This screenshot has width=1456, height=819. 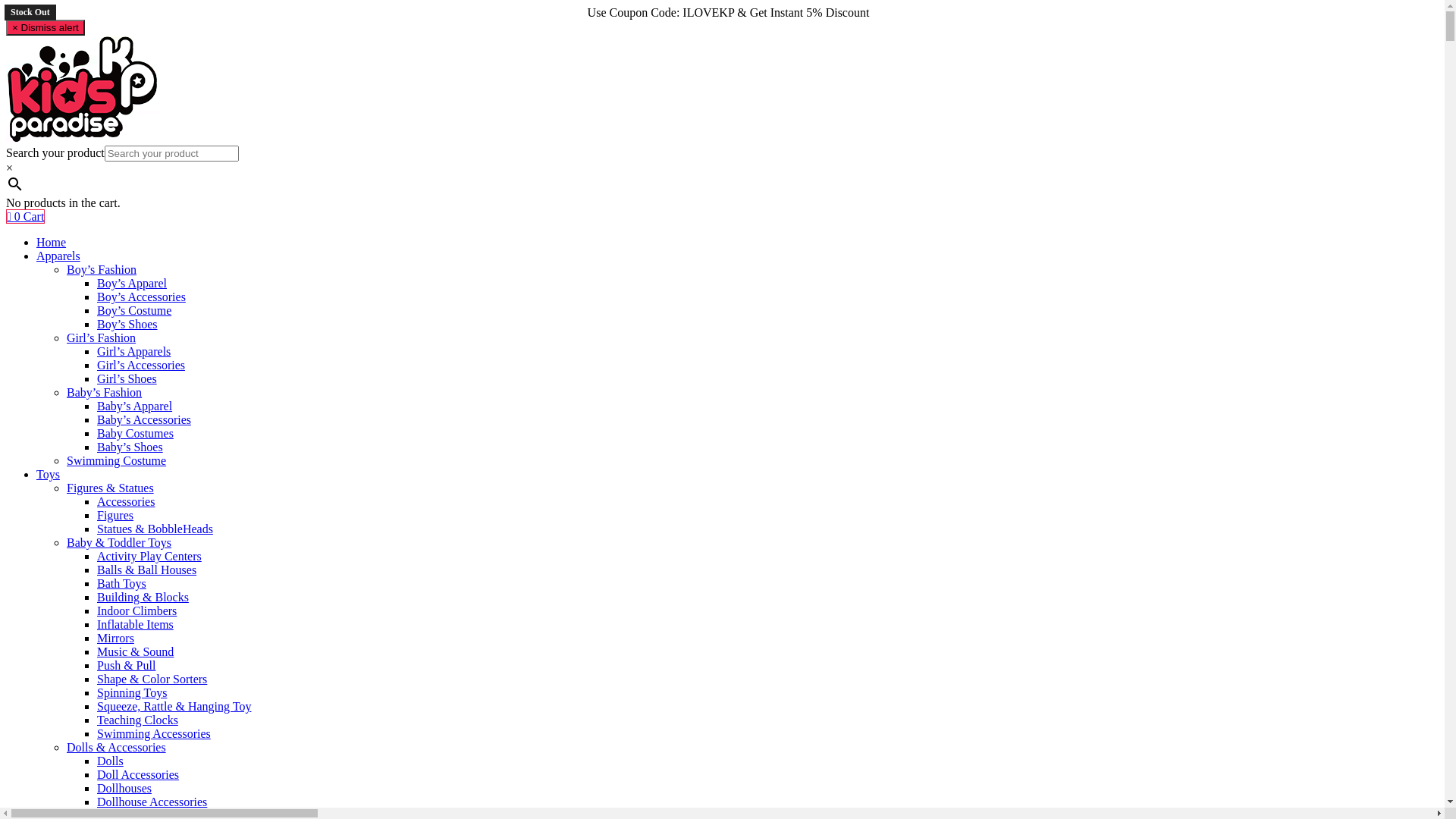 What do you see at coordinates (124, 787) in the screenshot?
I see `'Dollhouses'` at bounding box center [124, 787].